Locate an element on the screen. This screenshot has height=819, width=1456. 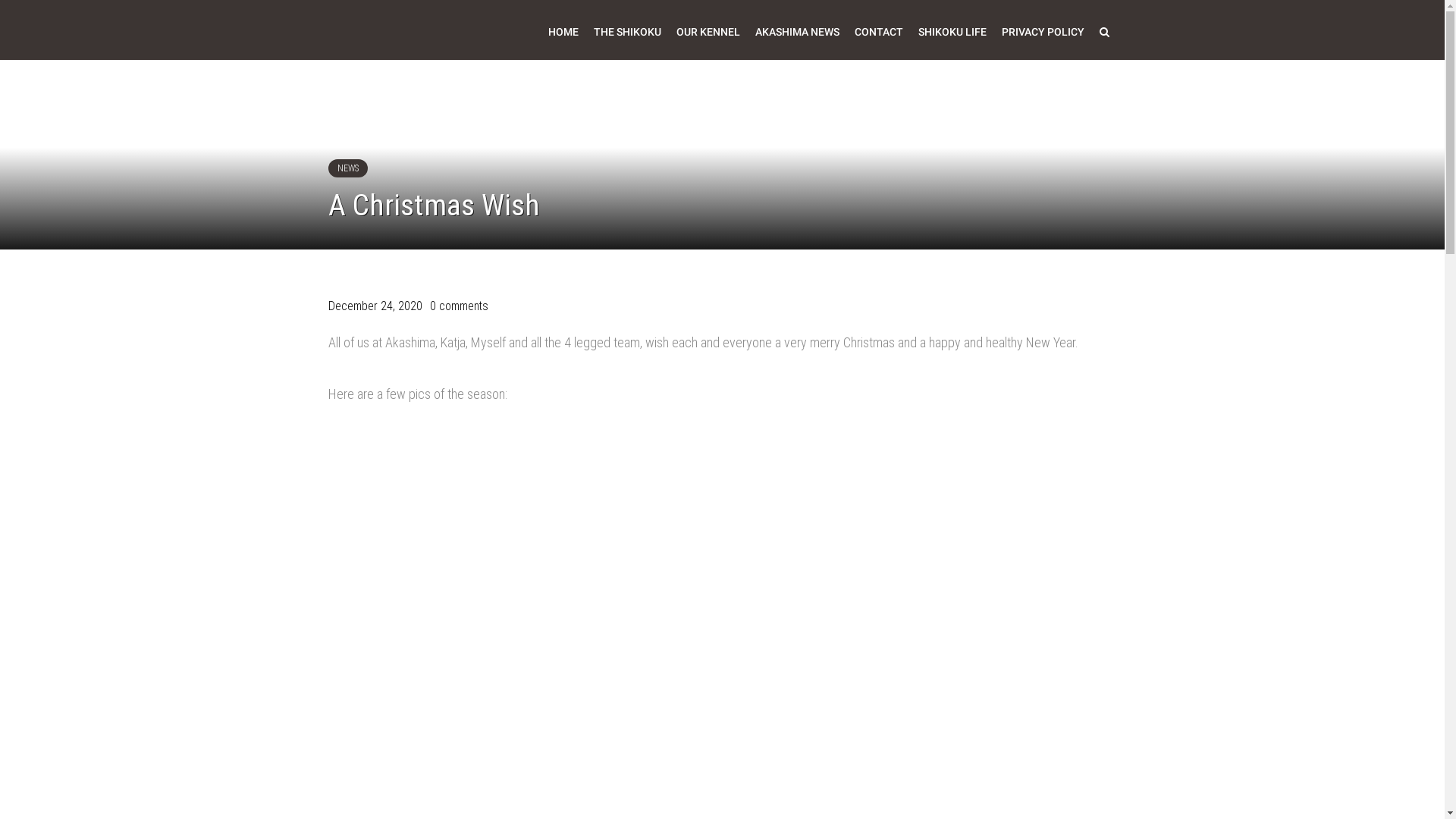
'December 24, 2020' is located at coordinates (375, 306).